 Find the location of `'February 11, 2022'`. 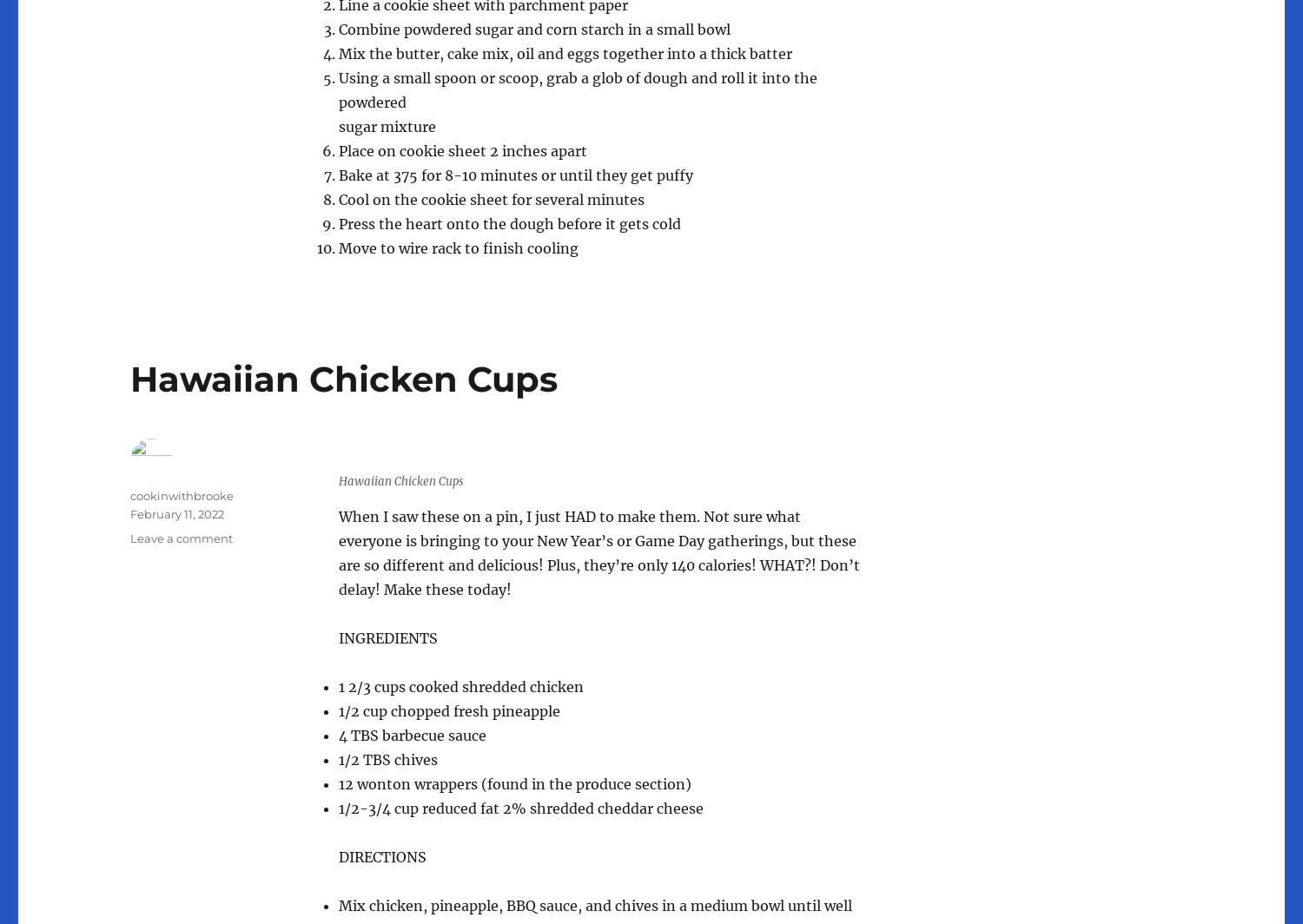

'February 11, 2022' is located at coordinates (176, 513).